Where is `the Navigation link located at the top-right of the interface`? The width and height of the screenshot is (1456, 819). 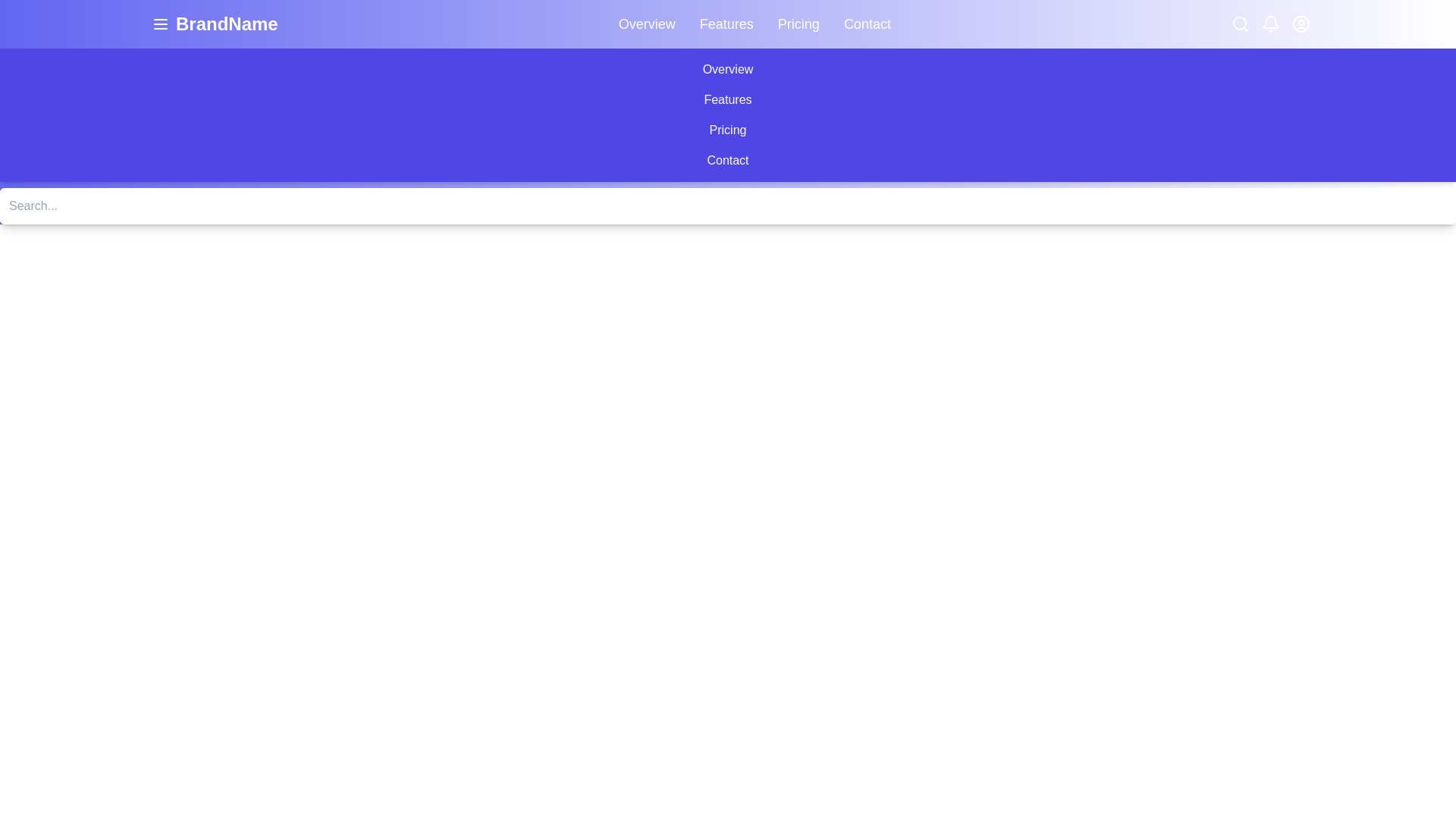 the Navigation link located at the top-right of the interface is located at coordinates (647, 24).